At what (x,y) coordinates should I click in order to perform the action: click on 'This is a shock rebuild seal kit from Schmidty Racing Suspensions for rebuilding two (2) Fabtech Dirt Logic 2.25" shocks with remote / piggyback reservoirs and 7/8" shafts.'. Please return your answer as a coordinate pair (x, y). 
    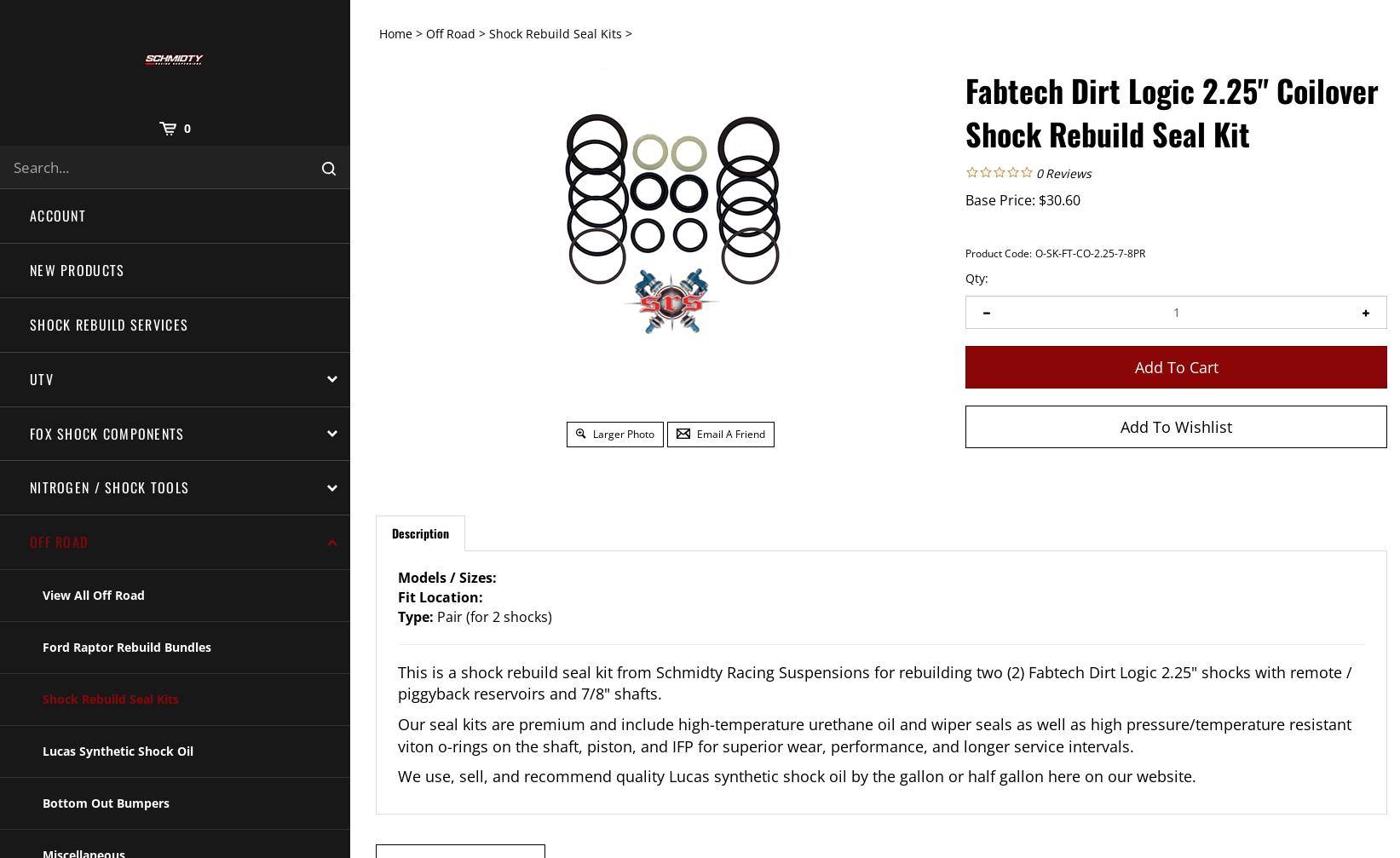
    Looking at the image, I should click on (873, 681).